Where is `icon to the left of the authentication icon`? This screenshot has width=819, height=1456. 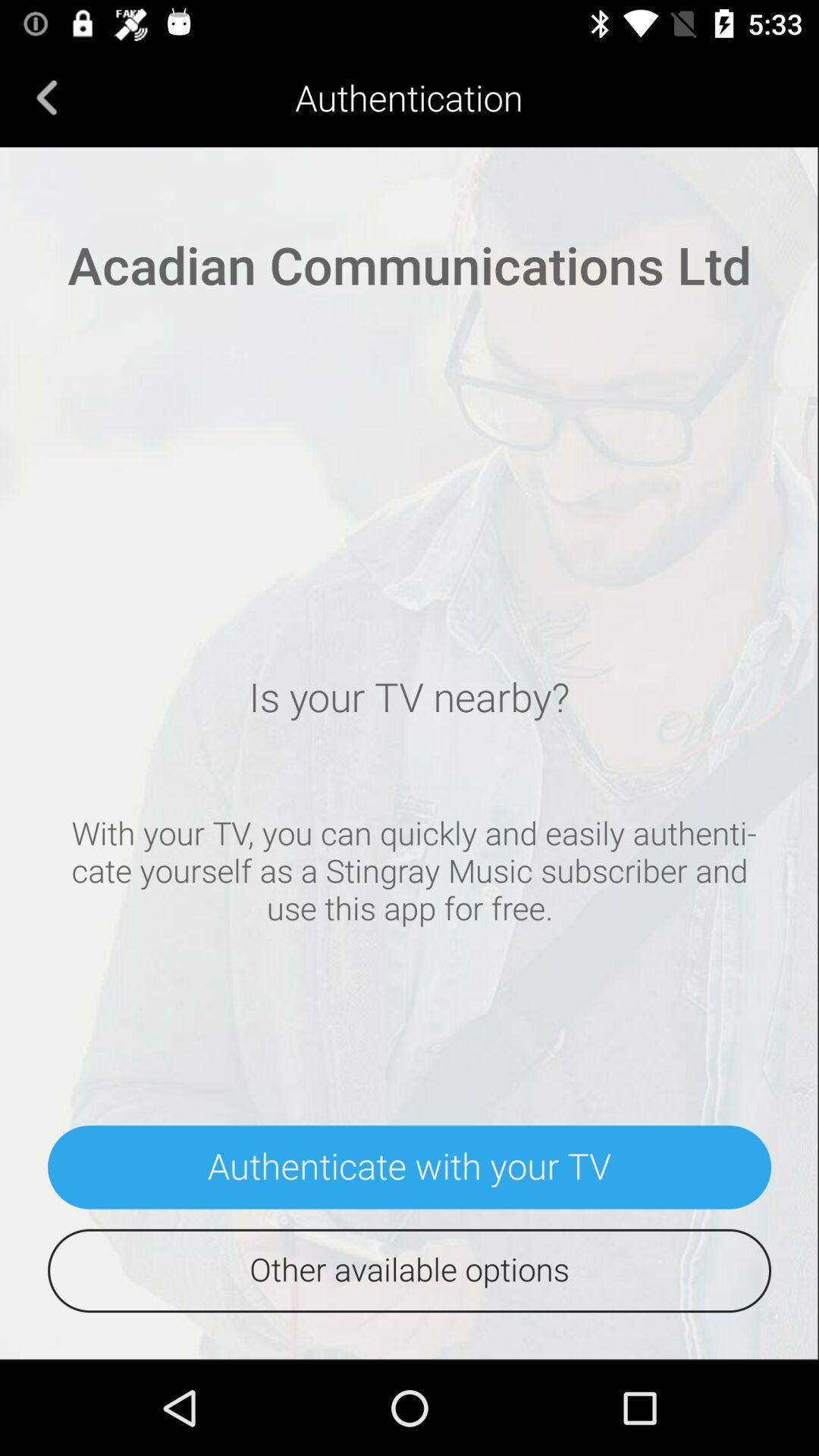
icon to the left of the authentication icon is located at coordinates (46, 96).